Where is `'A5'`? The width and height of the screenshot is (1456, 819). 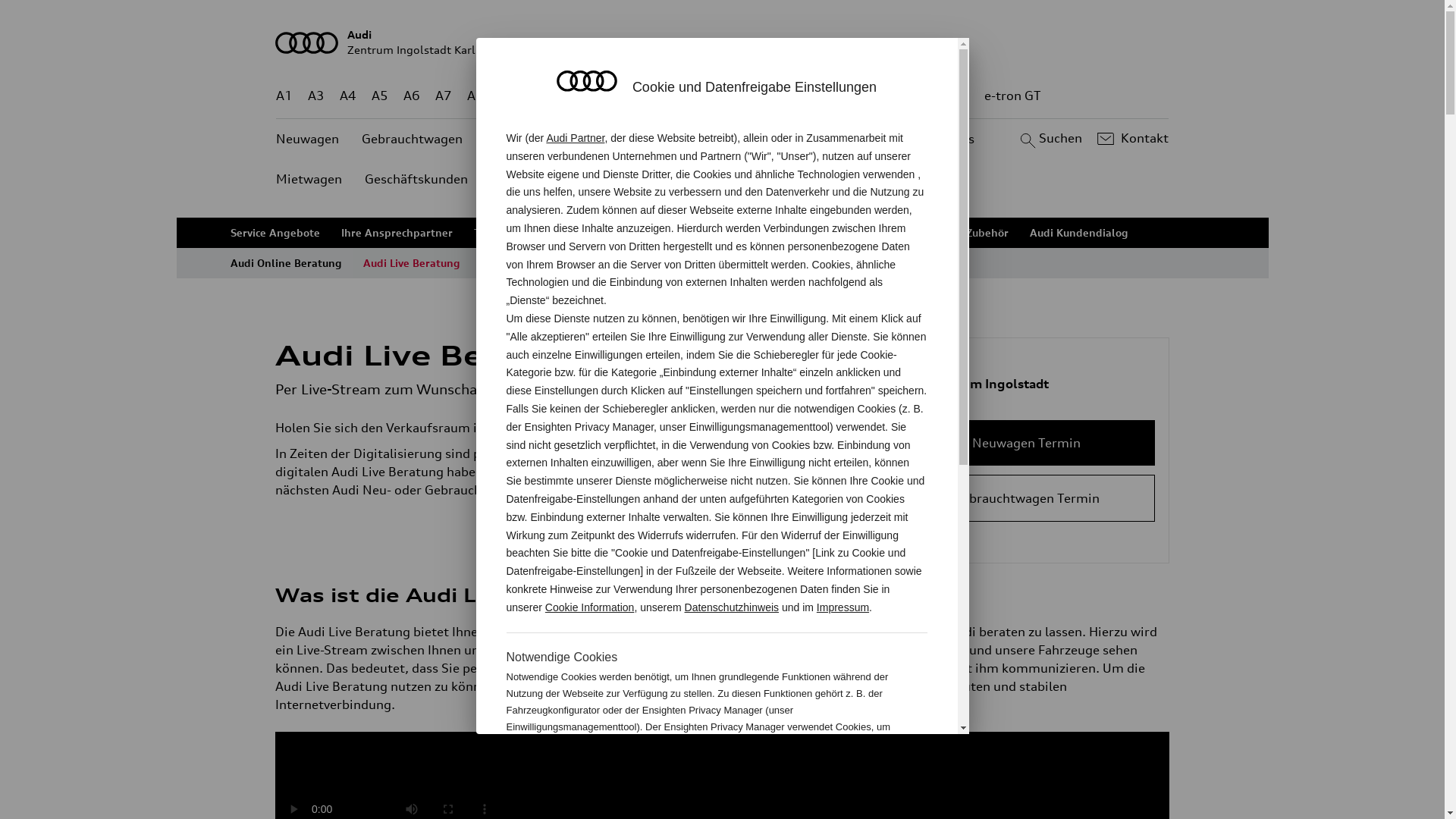 'A5' is located at coordinates (379, 96).